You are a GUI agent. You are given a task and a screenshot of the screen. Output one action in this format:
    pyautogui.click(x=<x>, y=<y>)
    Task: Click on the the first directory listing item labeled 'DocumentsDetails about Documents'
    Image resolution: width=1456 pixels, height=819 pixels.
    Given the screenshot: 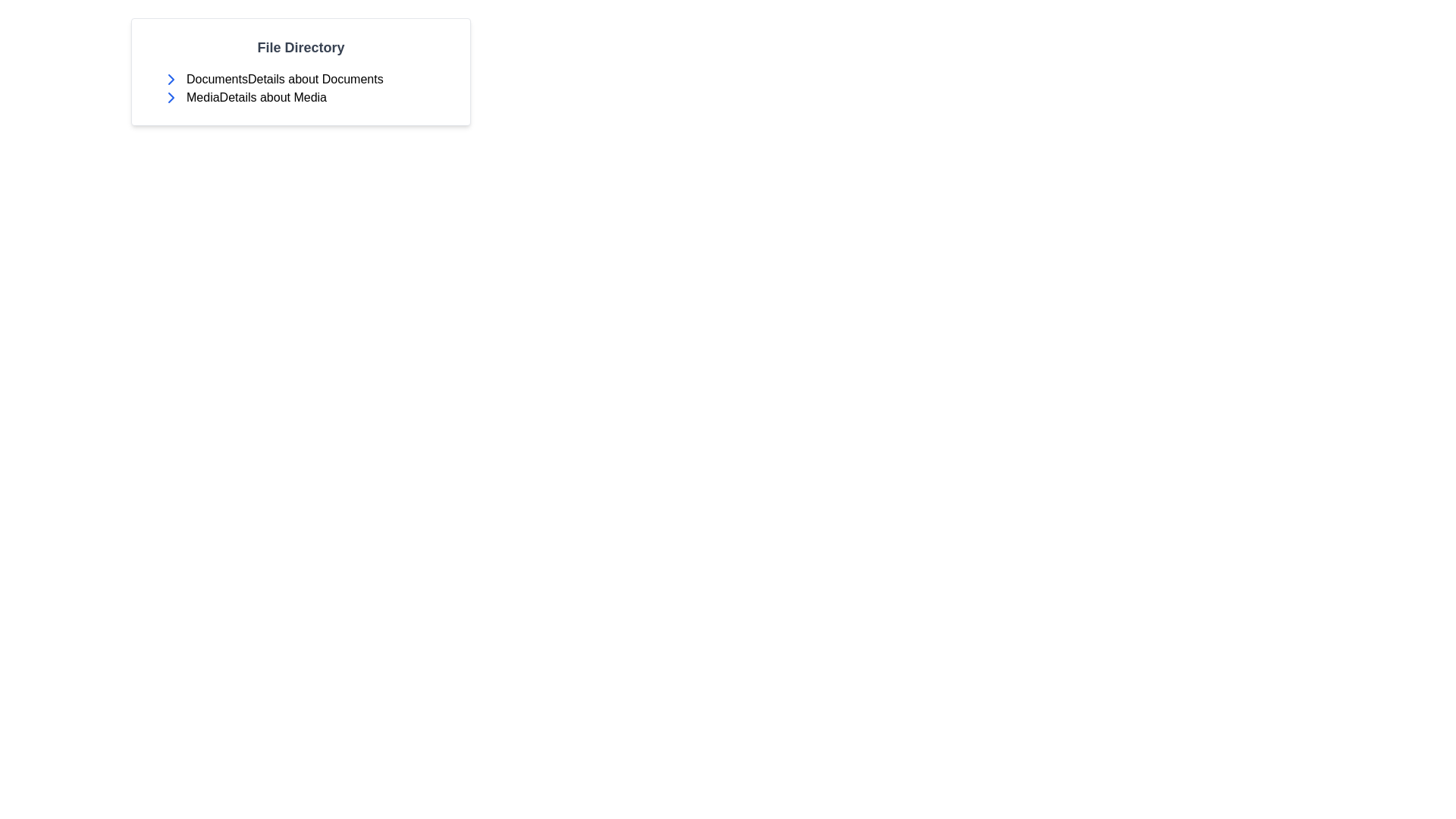 What is the action you would take?
    pyautogui.click(x=306, y=79)
    